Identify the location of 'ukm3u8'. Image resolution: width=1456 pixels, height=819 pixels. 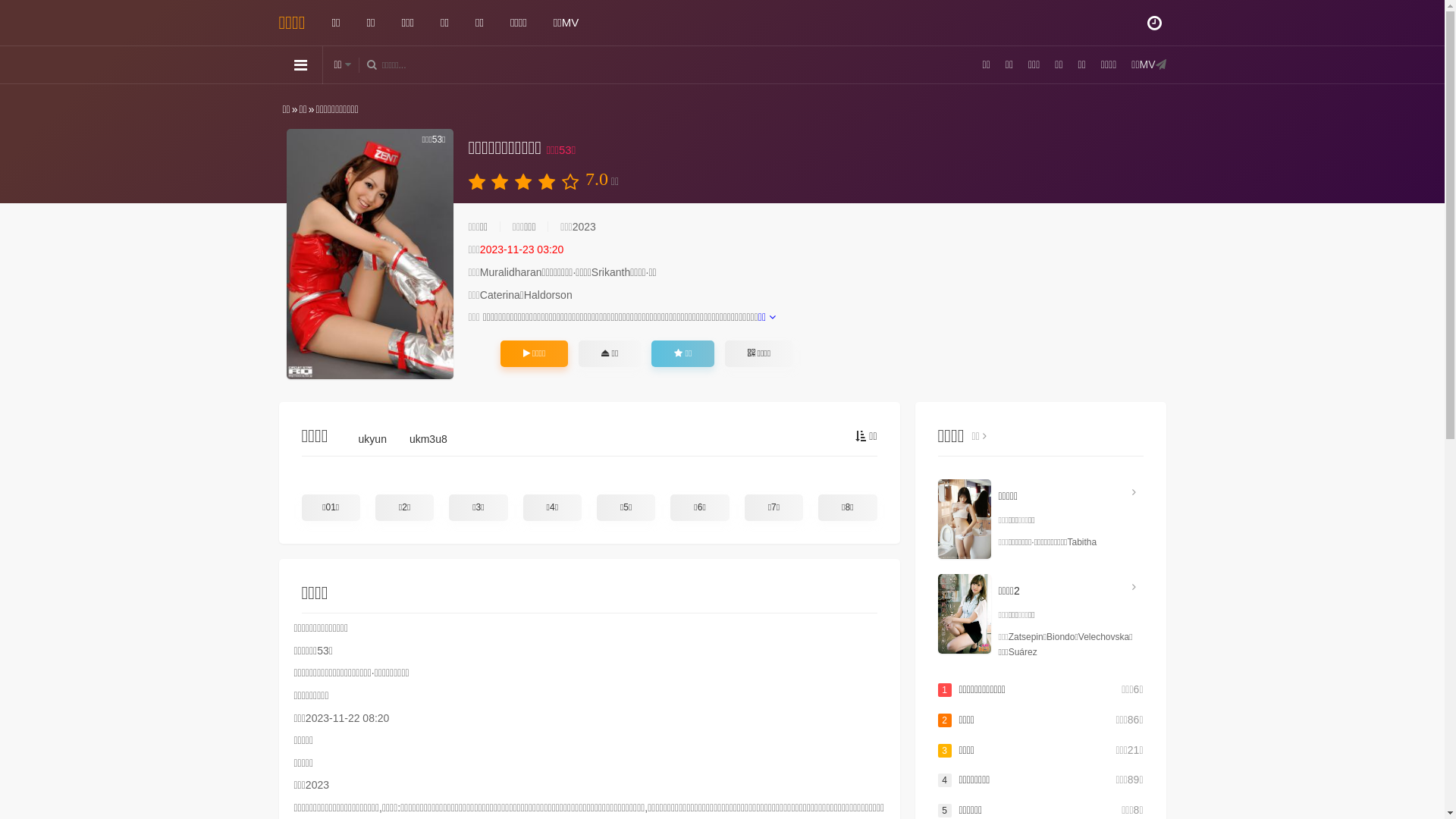
(409, 442).